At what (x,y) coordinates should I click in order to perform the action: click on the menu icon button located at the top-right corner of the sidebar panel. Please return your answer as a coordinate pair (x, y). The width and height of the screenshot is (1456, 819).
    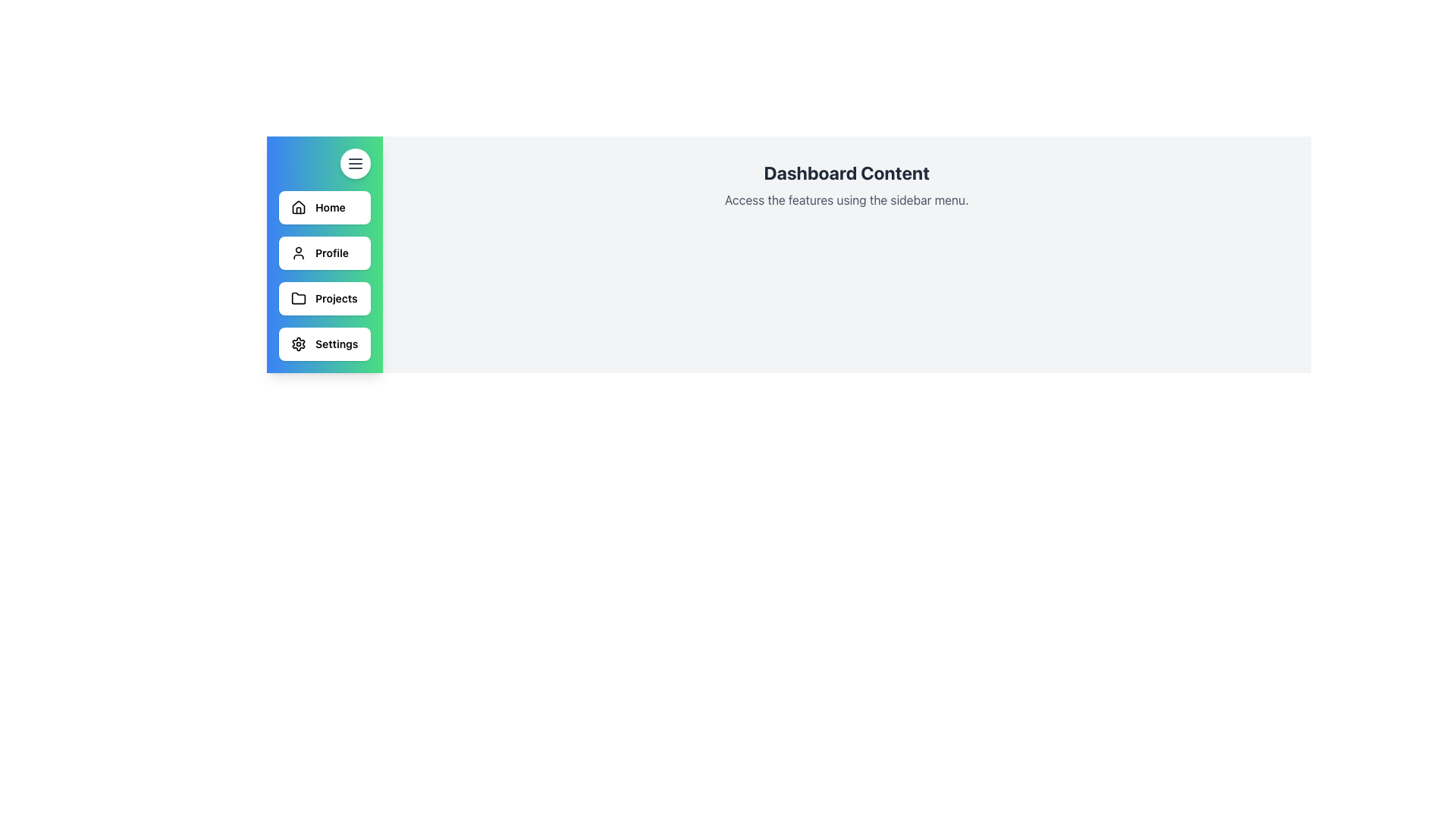
    Looking at the image, I should click on (354, 164).